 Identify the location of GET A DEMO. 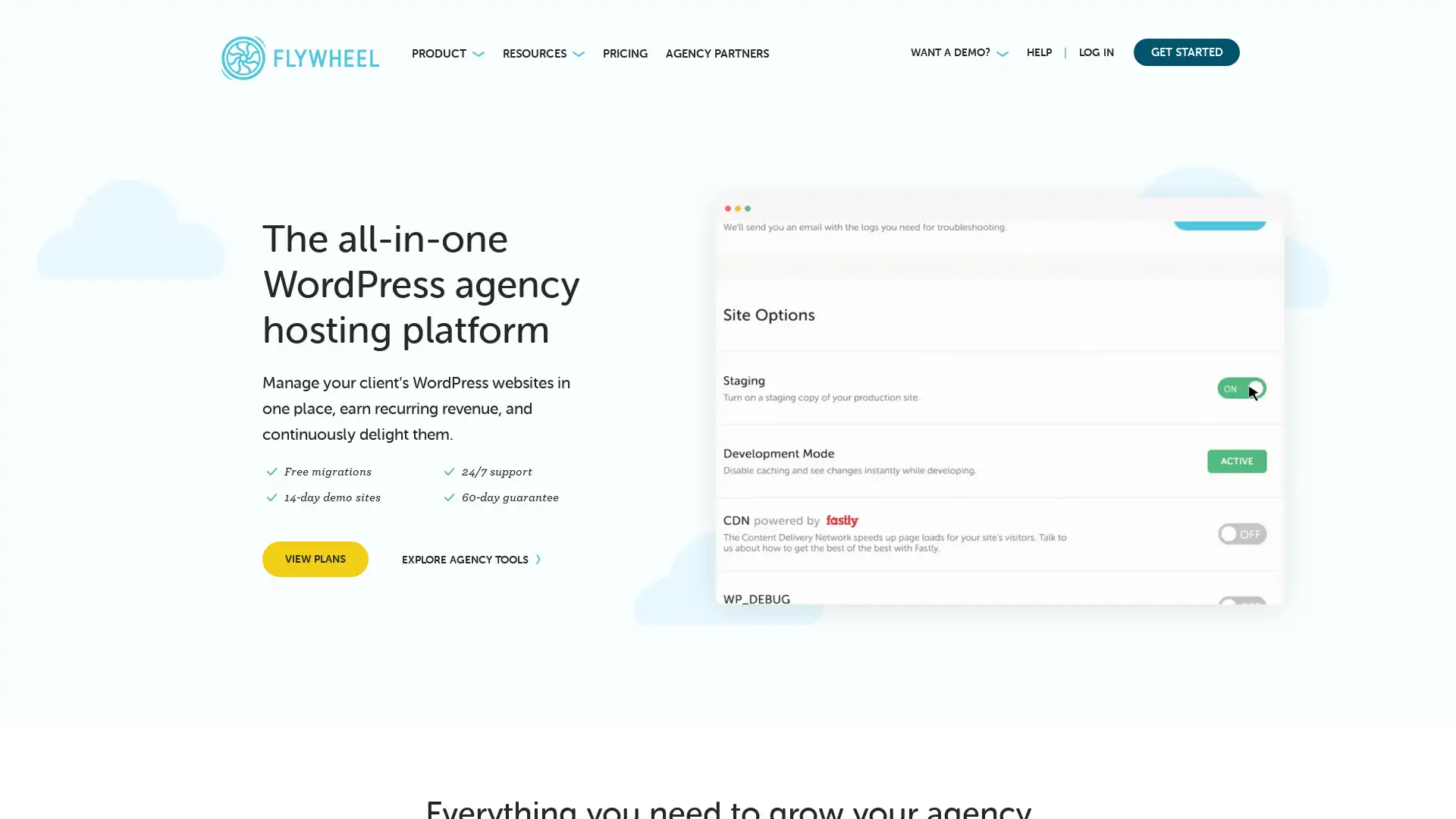
(262, 783).